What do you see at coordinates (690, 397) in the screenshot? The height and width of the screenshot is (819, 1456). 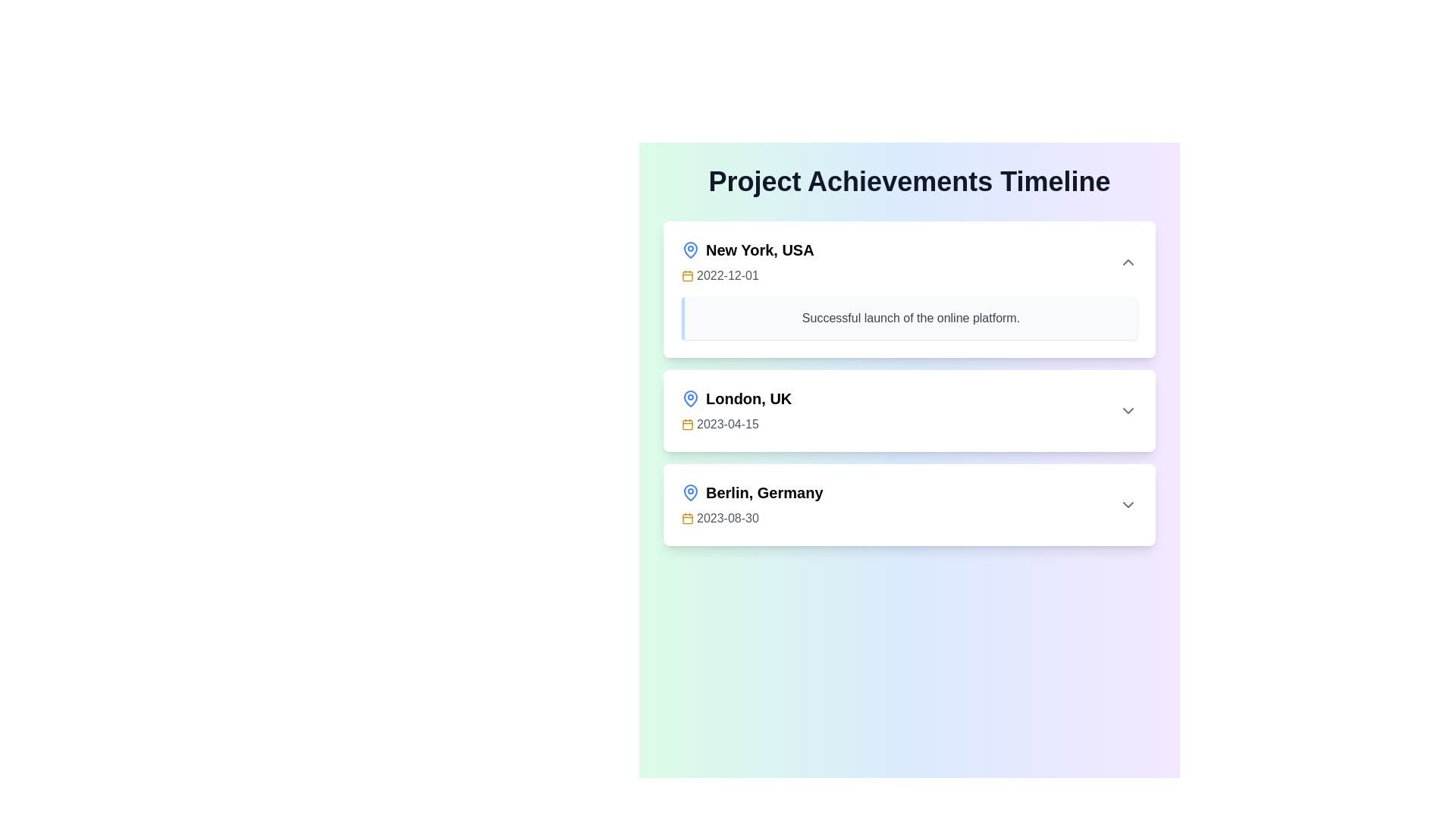 I see `the map pin icon representing 'London, UK' in the timeline, which is located between 'New York, USA' and 'Berlin, Germany'` at bounding box center [690, 397].